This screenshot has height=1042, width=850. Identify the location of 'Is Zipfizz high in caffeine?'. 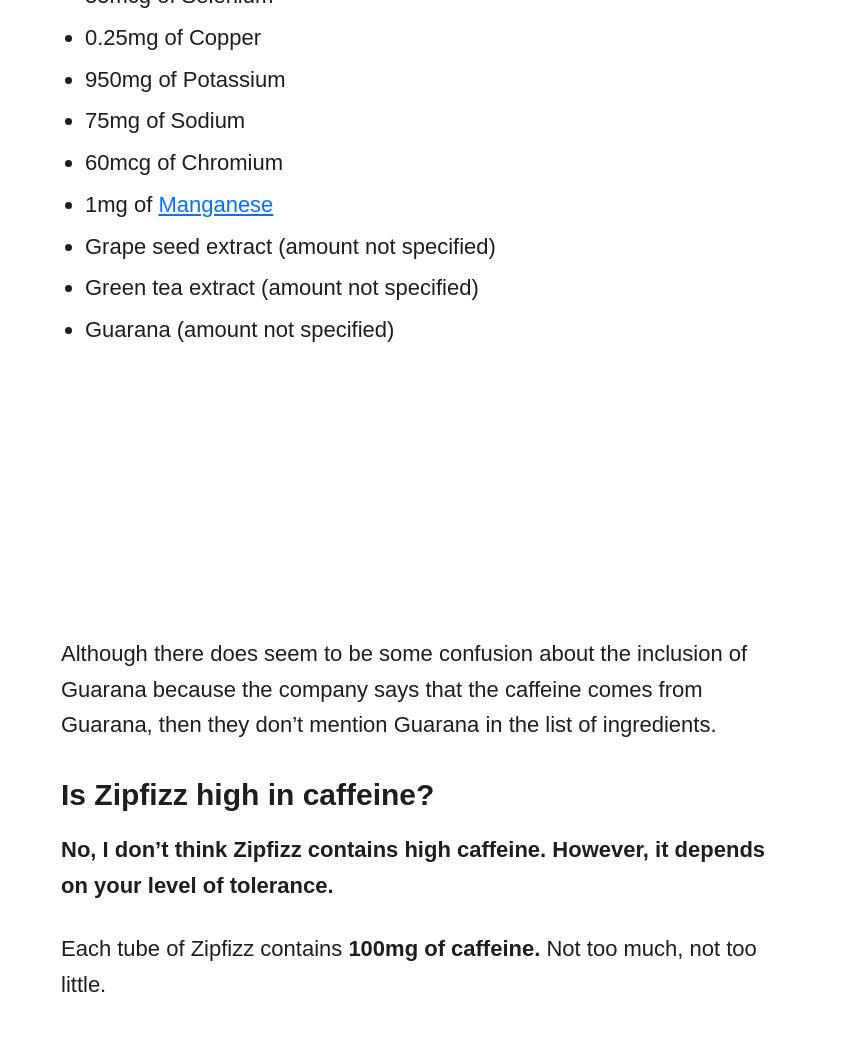
(247, 794).